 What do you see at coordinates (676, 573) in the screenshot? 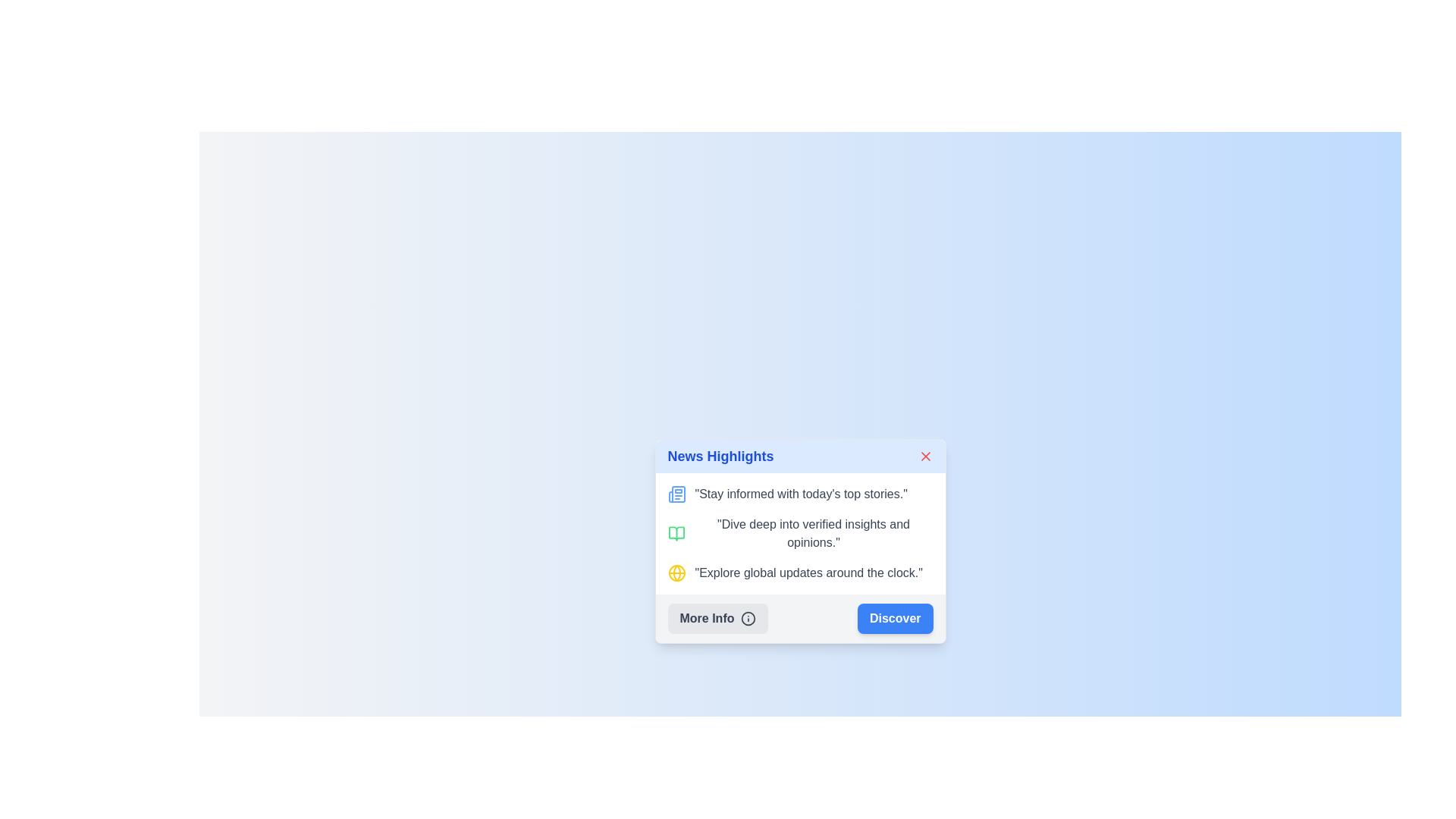
I see `the leftmost icon in the third row of the 'News Highlights' informational box, which represents global updates or worldwide information` at bounding box center [676, 573].